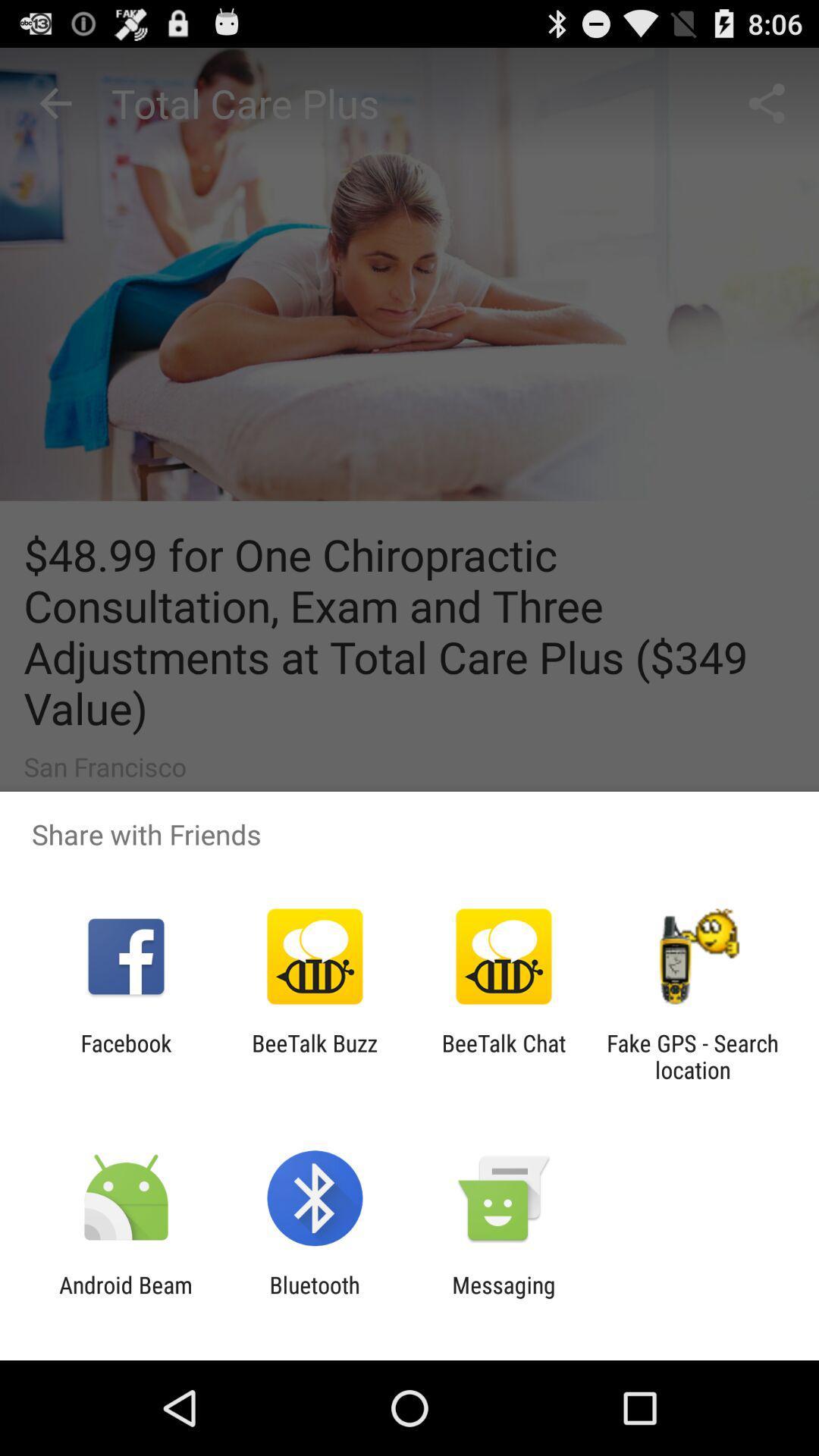  I want to click on app next to android beam app, so click(314, 1298).